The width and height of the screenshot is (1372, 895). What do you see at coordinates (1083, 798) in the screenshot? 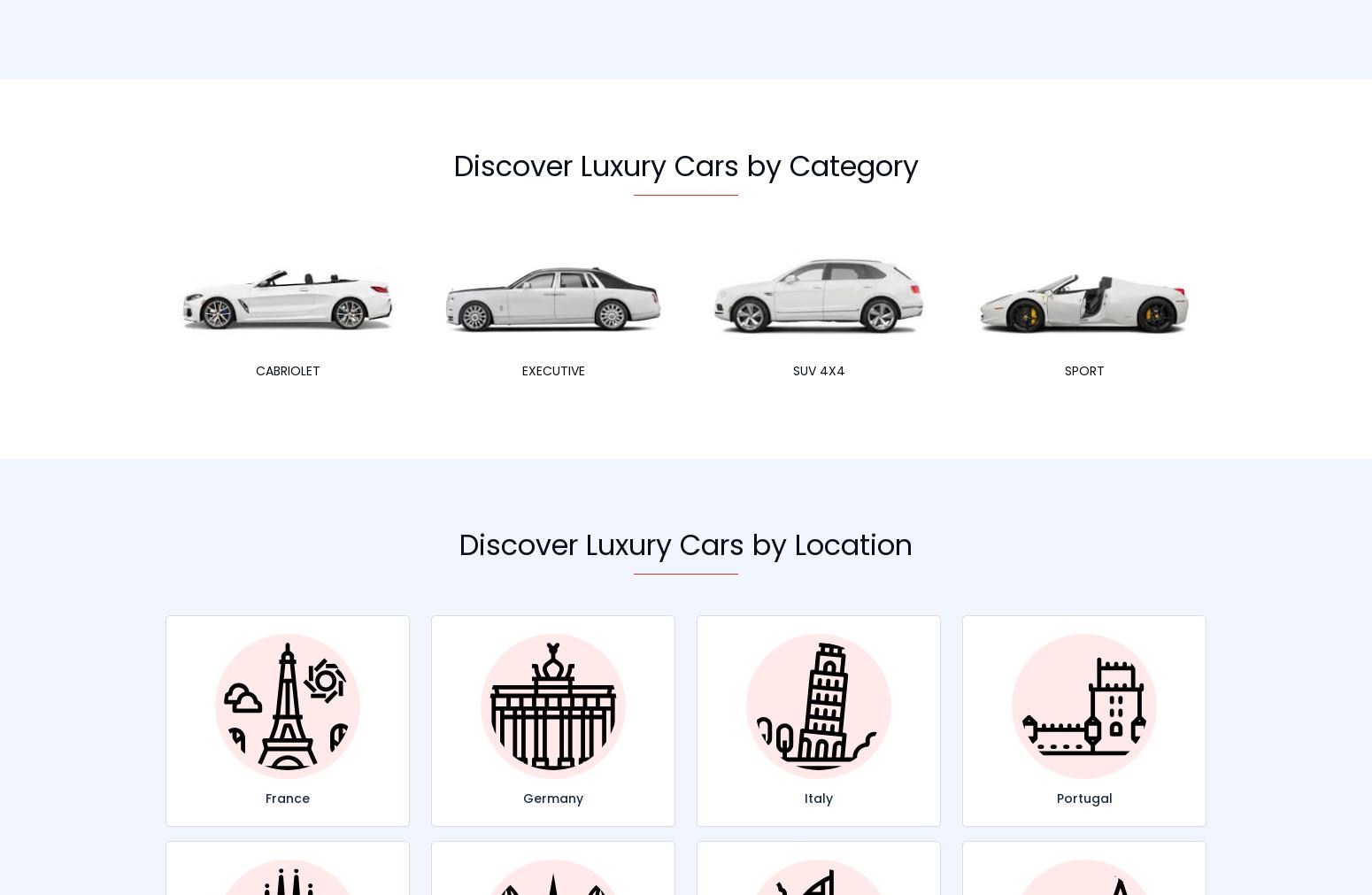
I see `'Portugal'` at bounding box center [1083, 798].